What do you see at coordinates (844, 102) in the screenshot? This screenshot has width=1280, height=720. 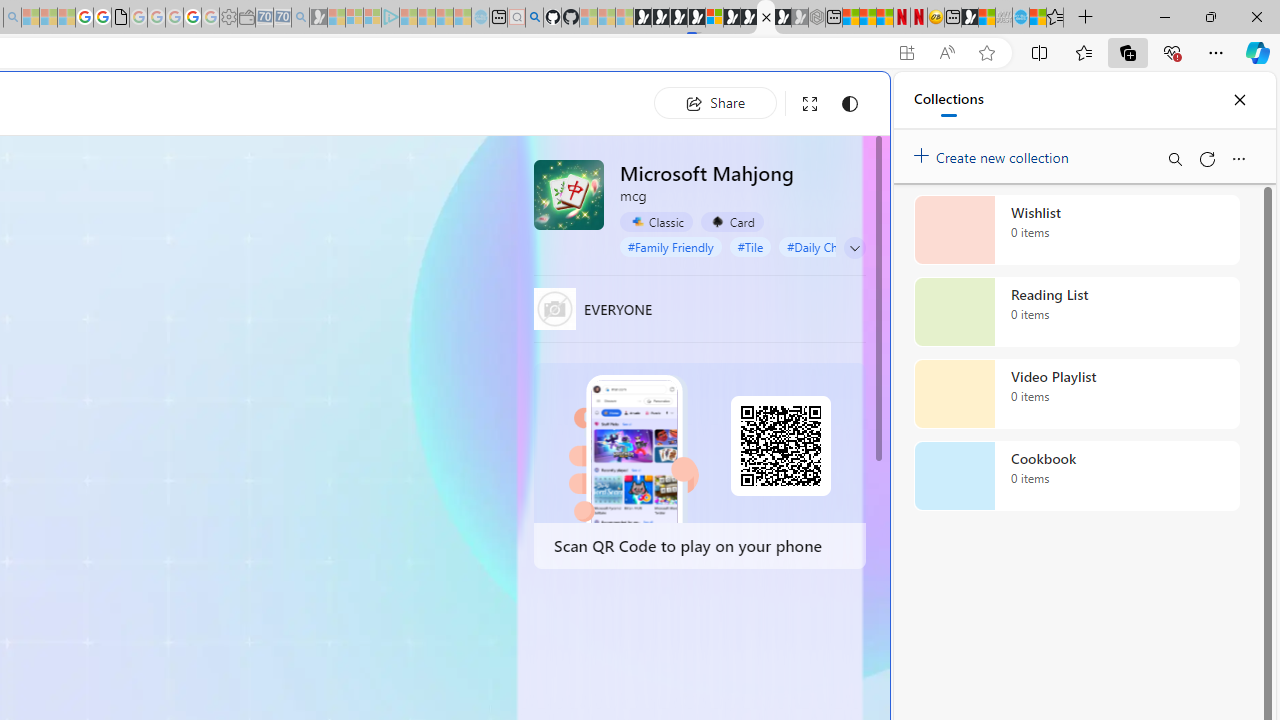 I see `'Close split screen'` at bounding box center [844, 102].